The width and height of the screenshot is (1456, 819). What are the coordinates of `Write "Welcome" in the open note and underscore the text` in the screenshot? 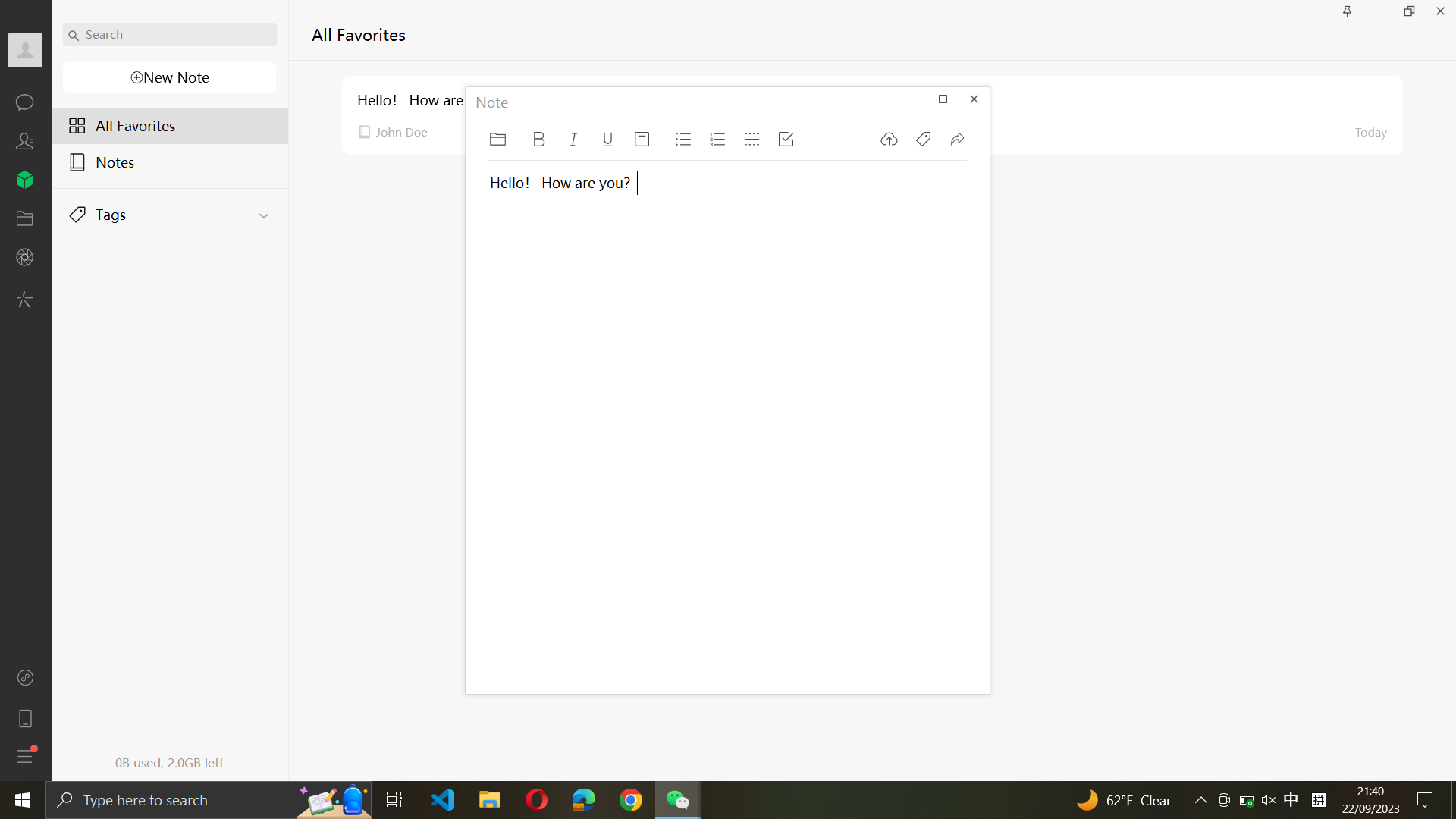 It's located at (551, 444).